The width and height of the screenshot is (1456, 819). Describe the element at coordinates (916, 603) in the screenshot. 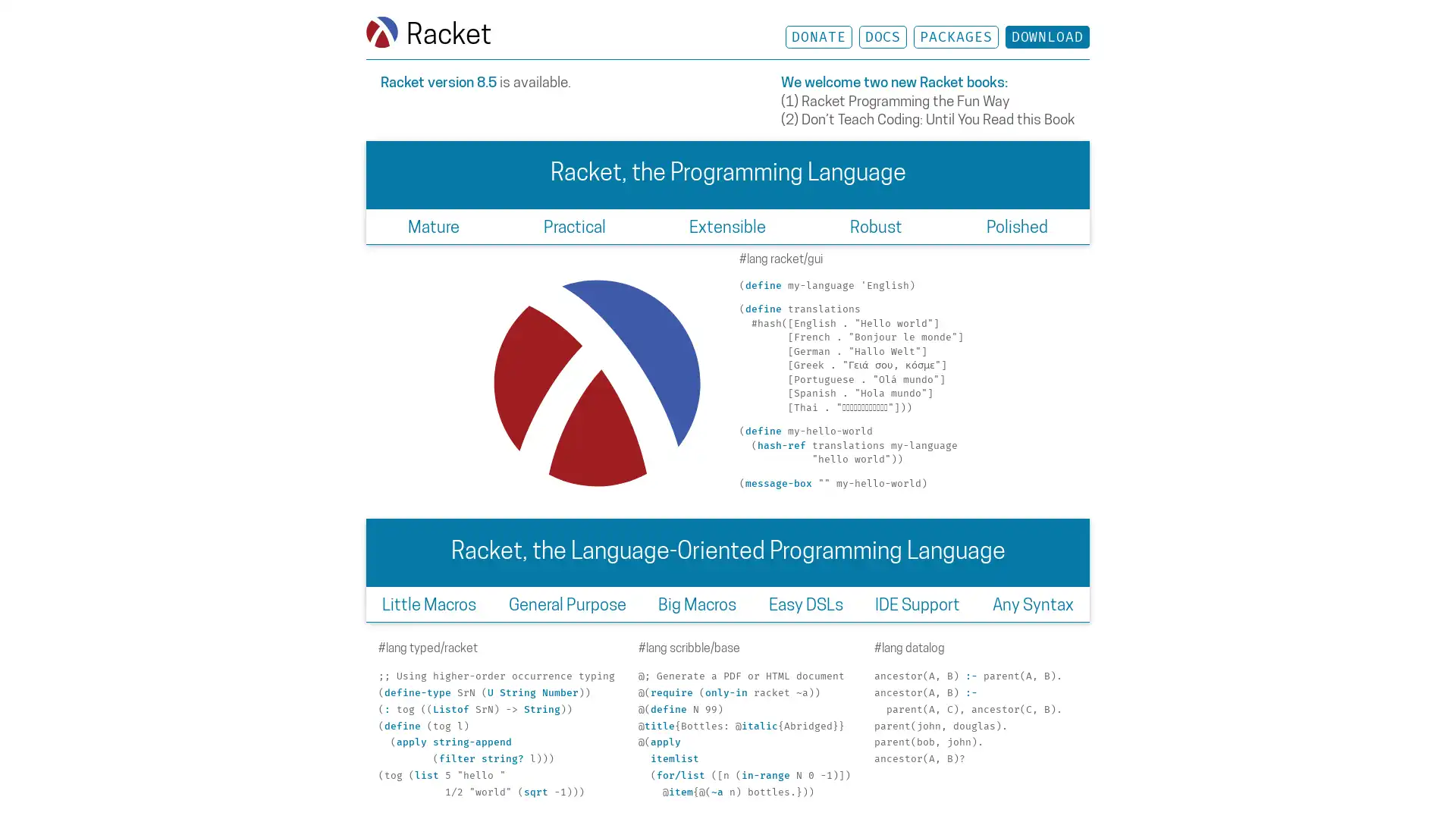

I see `IDE Support` at that location.